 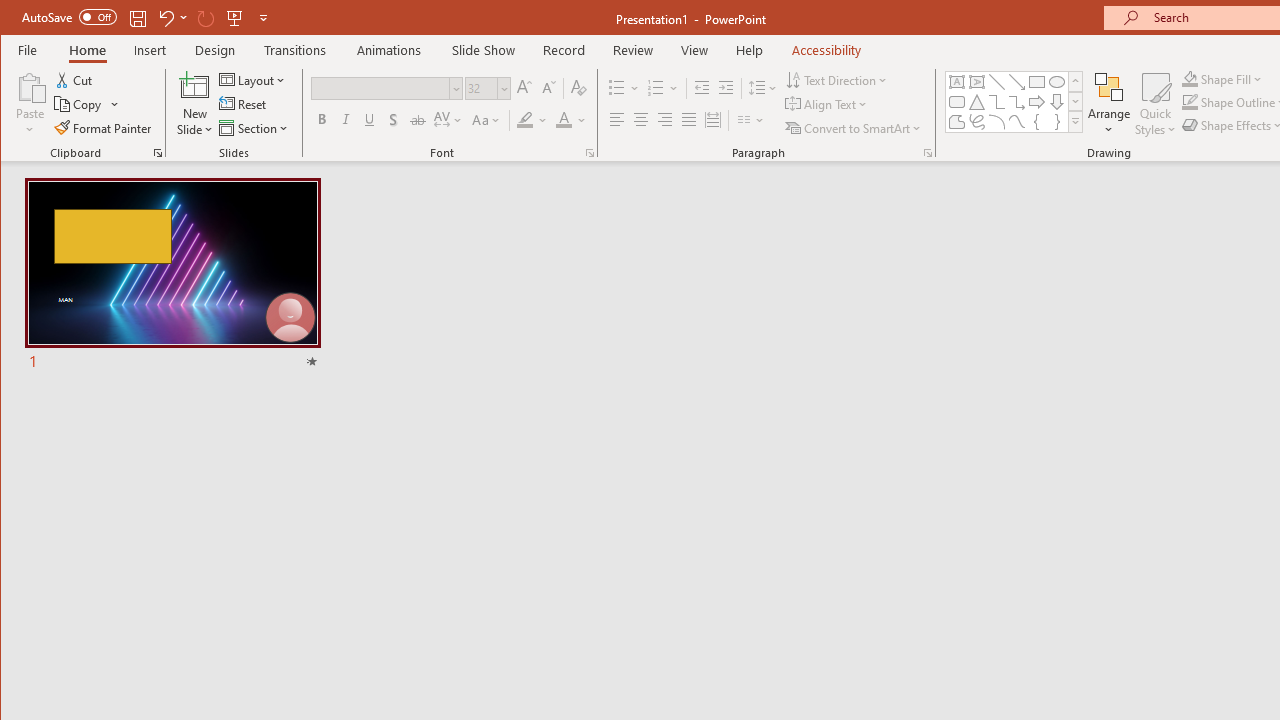 What do you see at coordinates (1036, 122) in the screenshot?
I see `'Left Brace'` at bounding box center [1036, 122].